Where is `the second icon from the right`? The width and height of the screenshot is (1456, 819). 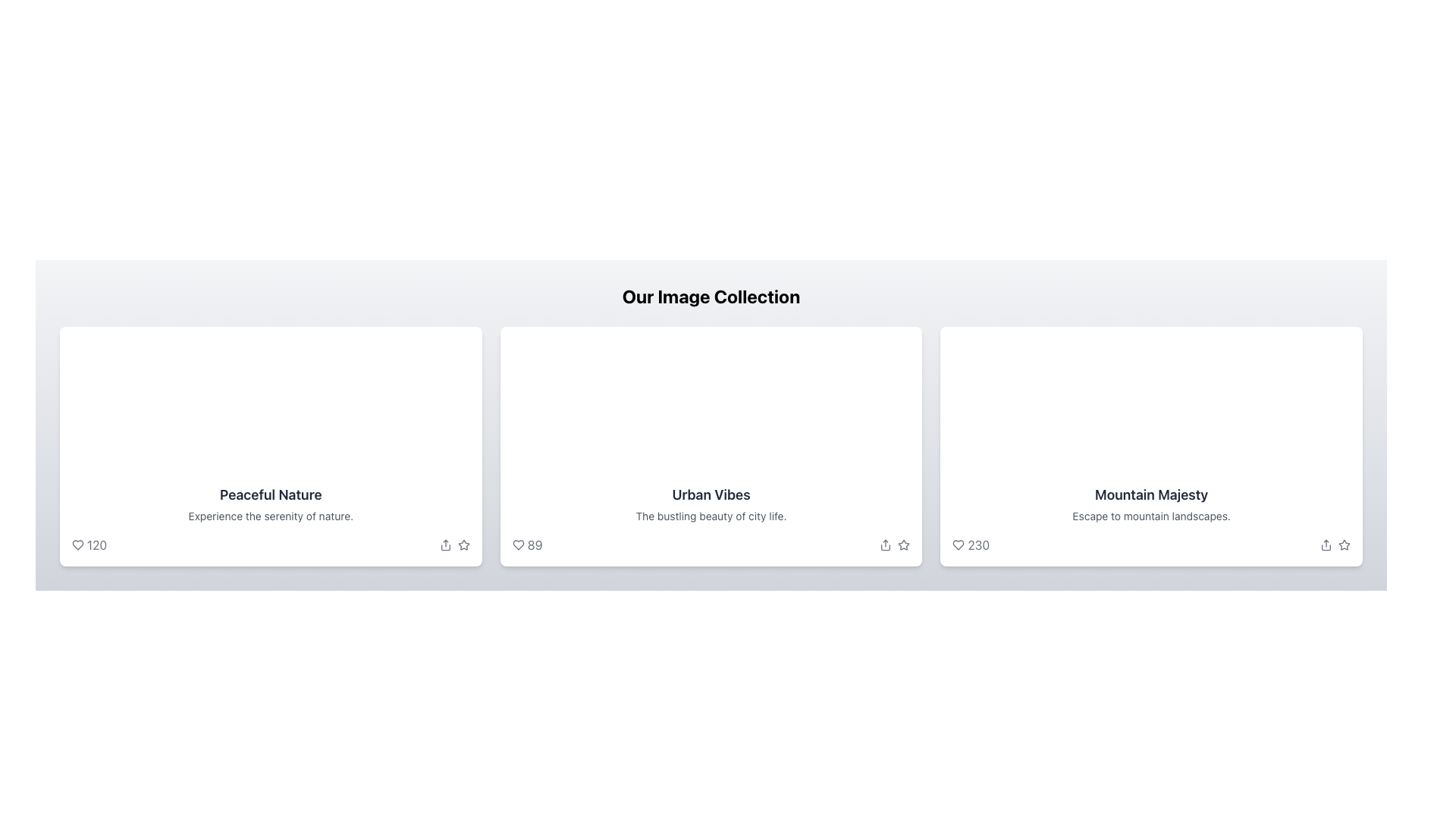 the second icon from the right is located at coordinates (1344, 544).